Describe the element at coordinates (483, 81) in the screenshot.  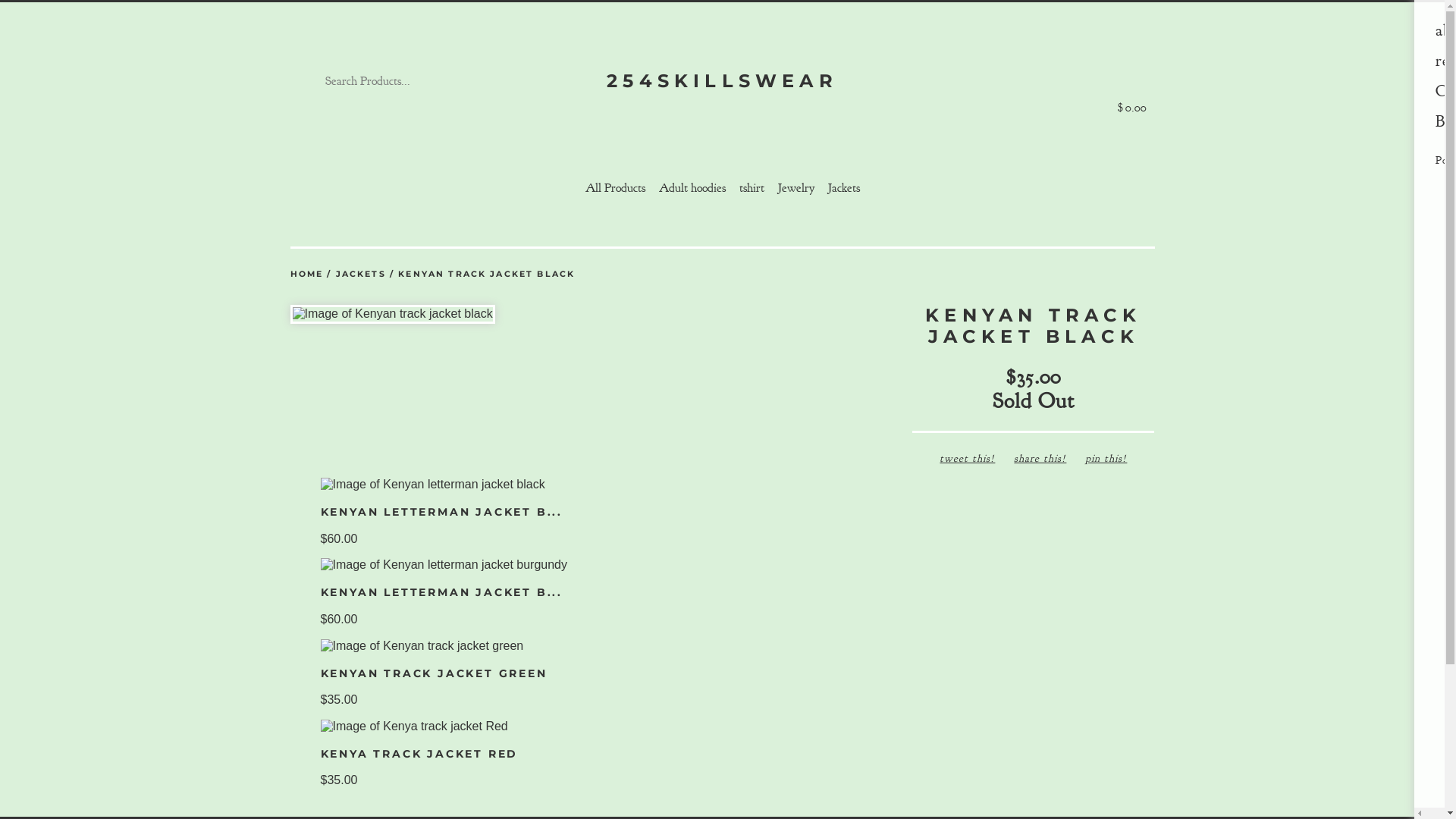
I see `'Go'` at that location.